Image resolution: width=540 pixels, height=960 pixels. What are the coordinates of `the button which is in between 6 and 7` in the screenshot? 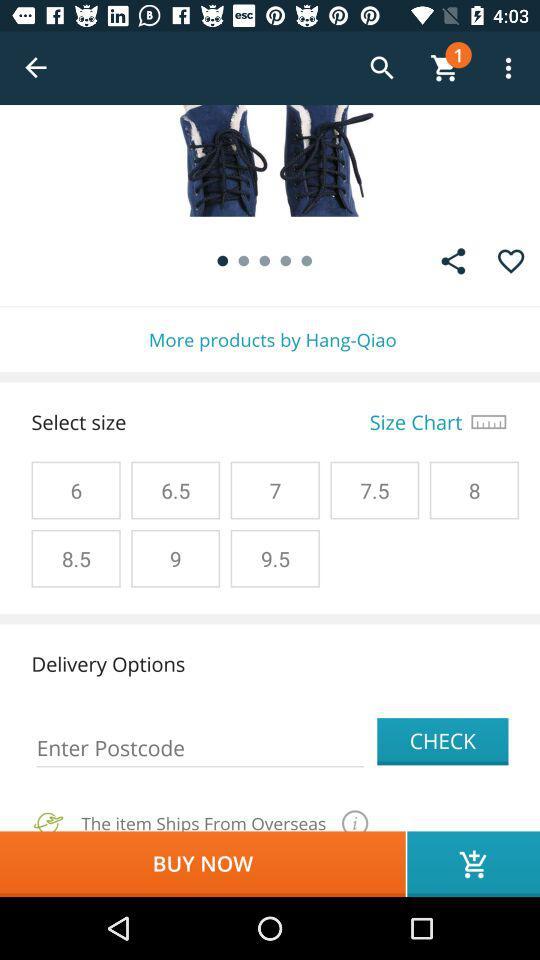 It's located at (175, 489).